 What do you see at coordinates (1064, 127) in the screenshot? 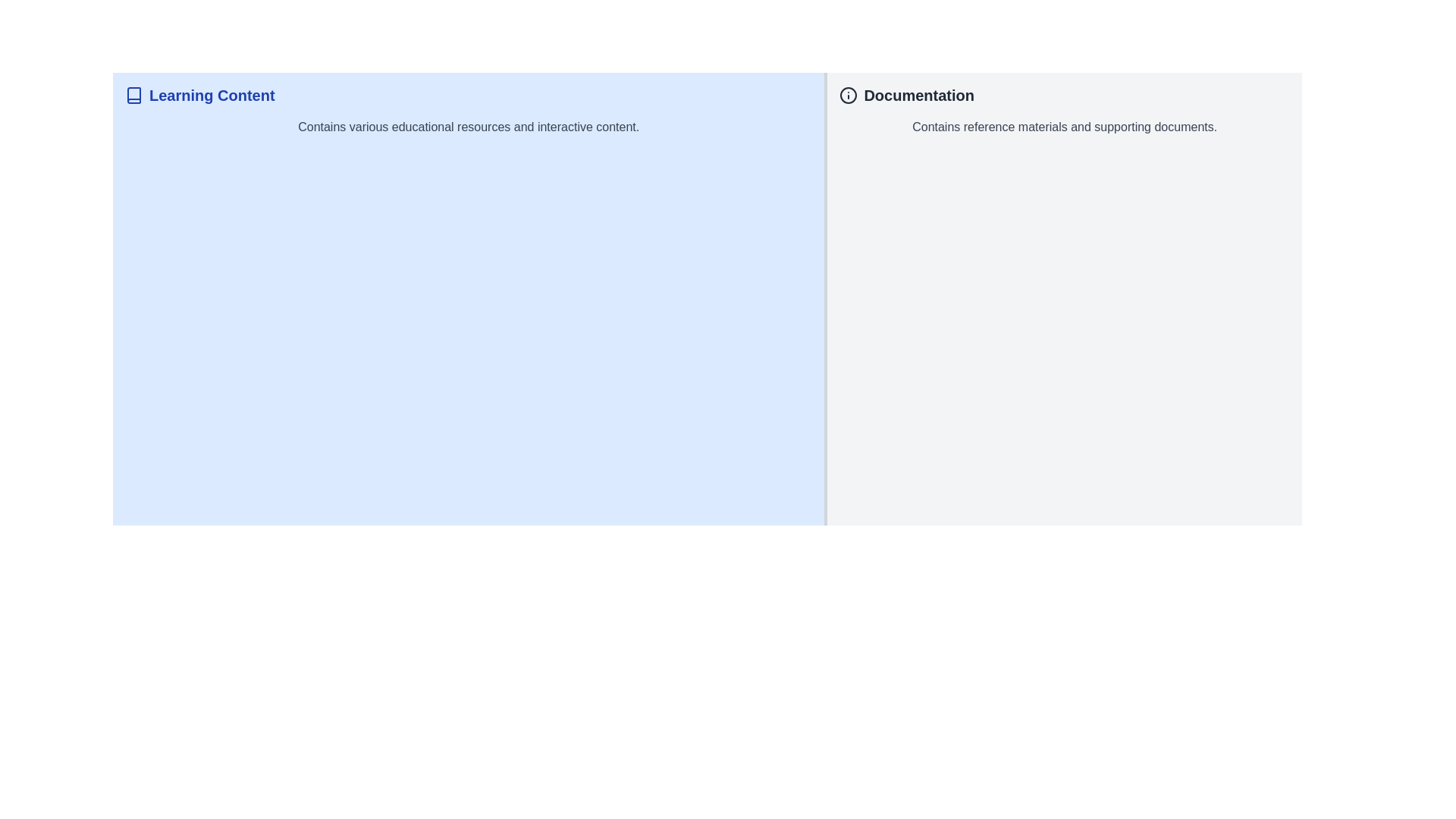
I see `the static text label displaying 'Contains reference materials and supporting documents.' located beneath the heading 'Documentation' in the right panel of the interface` at bounding box center [1064, 127].